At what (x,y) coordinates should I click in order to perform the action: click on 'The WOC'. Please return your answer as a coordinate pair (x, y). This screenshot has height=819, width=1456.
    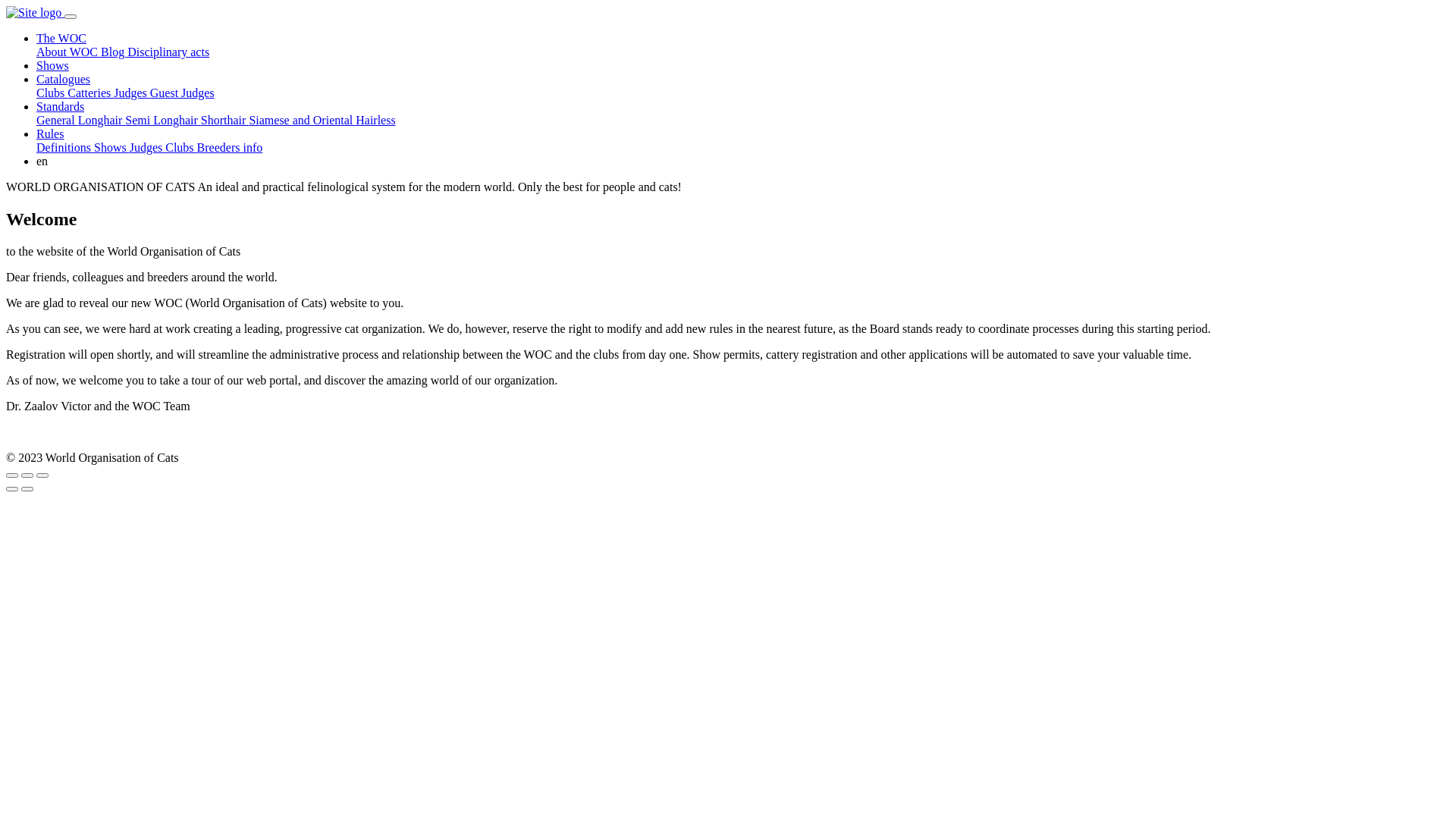
    Looking at the image, I should click on (61, 37).